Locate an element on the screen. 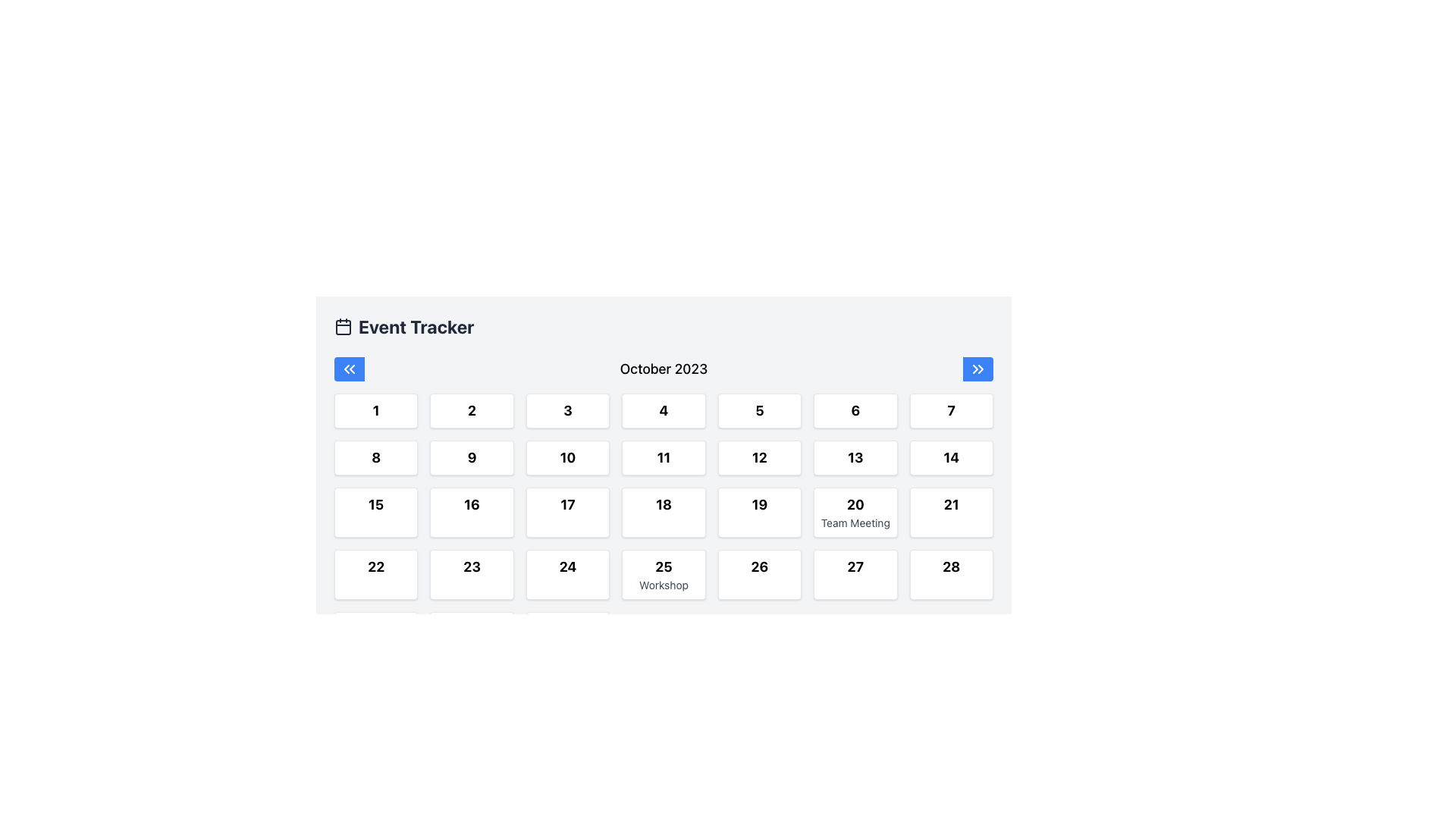 This screenshot has width=1456, height=819. the date cell representing day 14 in the calendar layout is located at coordinates (950, 457).